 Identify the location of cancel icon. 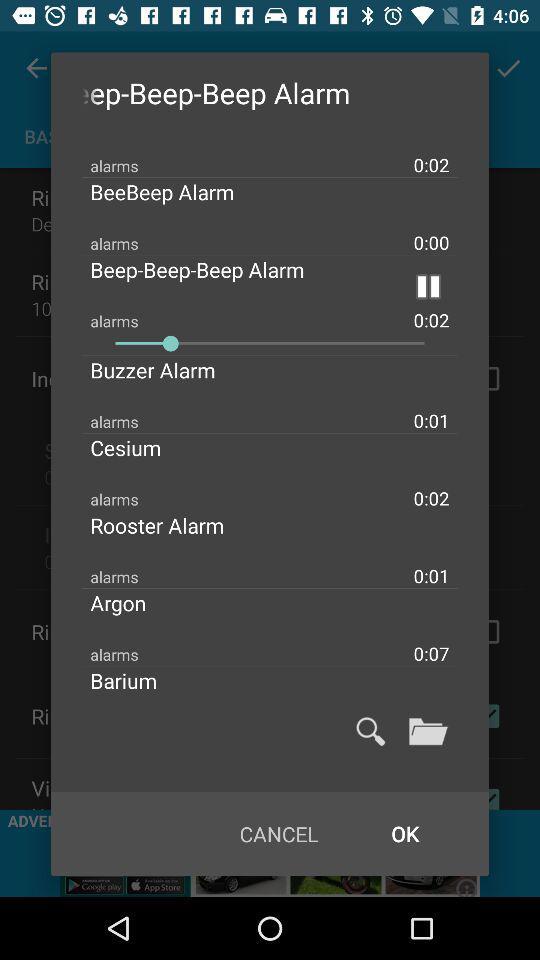
(278, 834).